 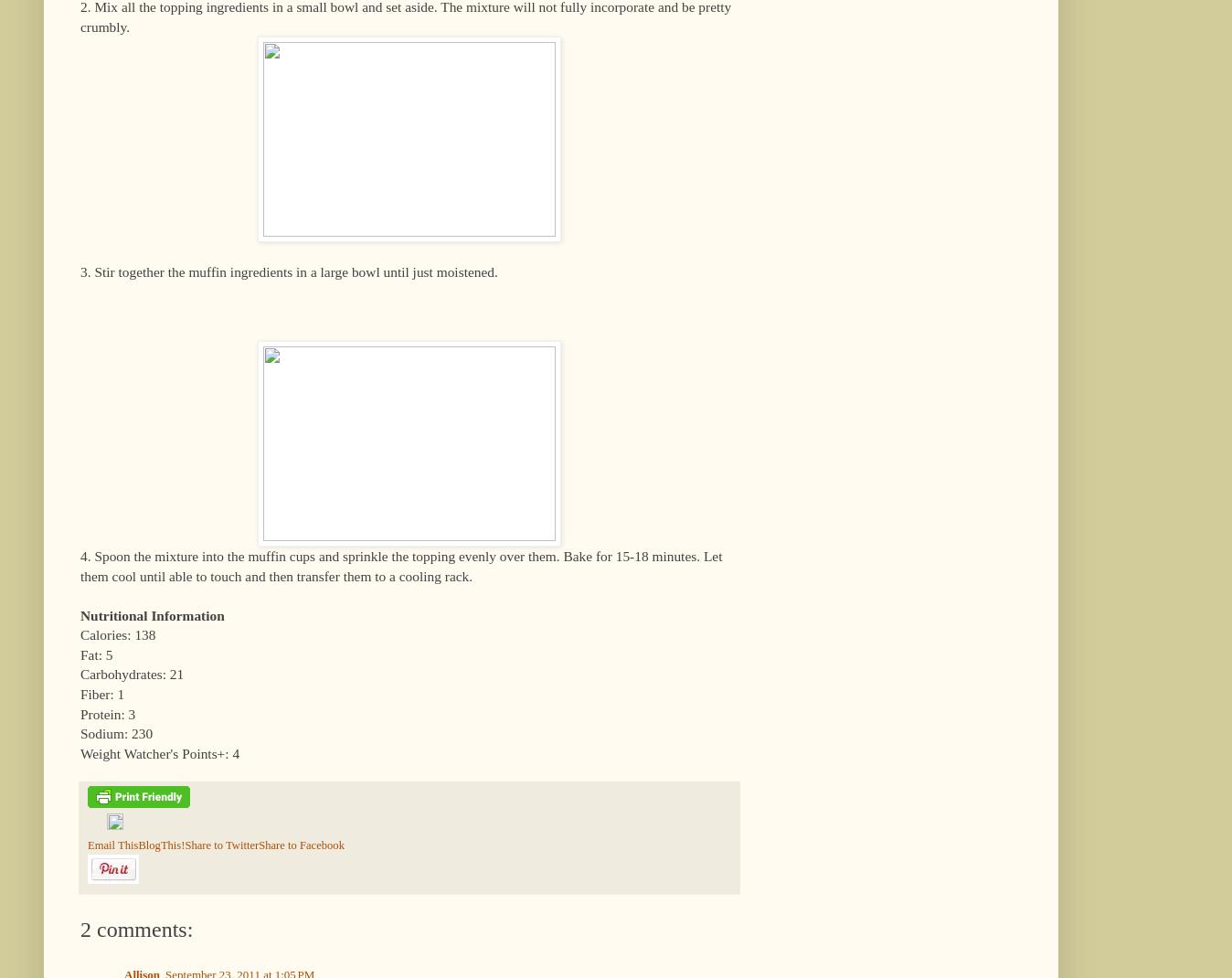 What do you see at coordinates (161, 844) in the screenshot?
I see `'BlogThis!'` at bounding box center [161, 844].